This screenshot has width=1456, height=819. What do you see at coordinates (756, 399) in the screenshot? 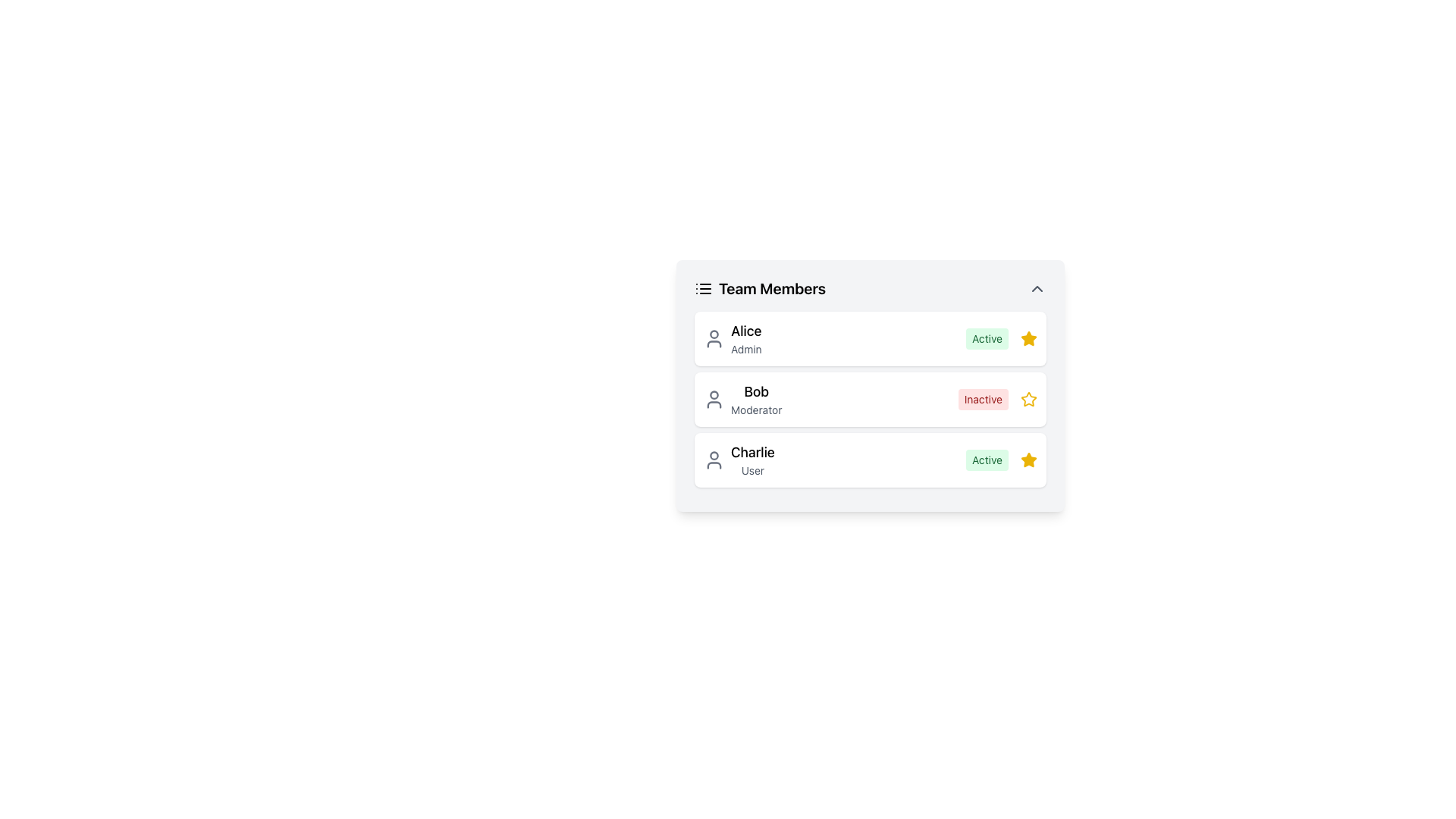
I see `the text element displaying 'Bob' in bold, large, black font, which is identified as a Moderator in a card labeled 'Team Members'` at bounding box center [756, 399].